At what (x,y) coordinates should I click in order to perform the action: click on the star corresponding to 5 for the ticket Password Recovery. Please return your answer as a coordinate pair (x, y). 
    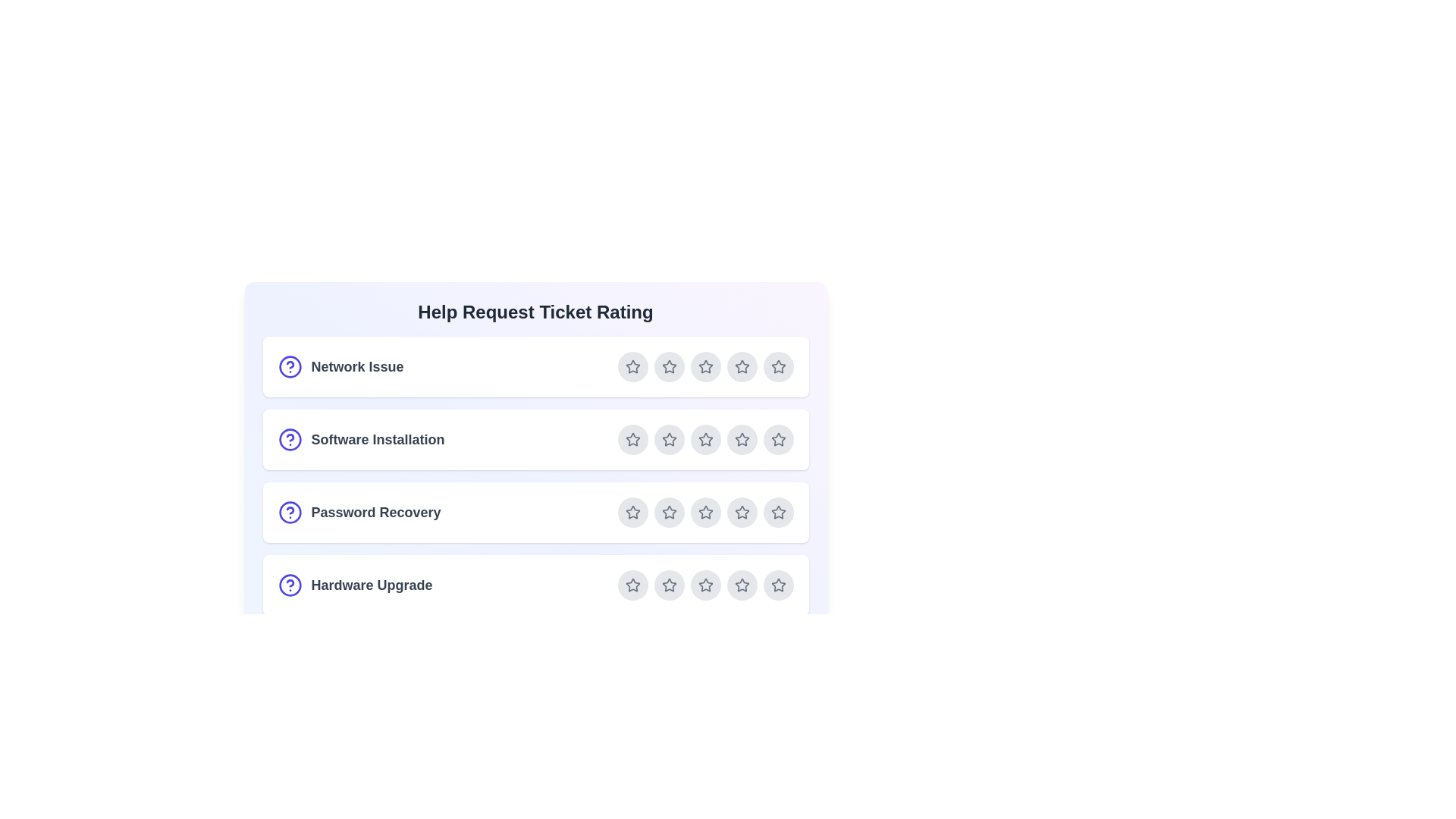
    Looking at the image, I should click on (778, 512).